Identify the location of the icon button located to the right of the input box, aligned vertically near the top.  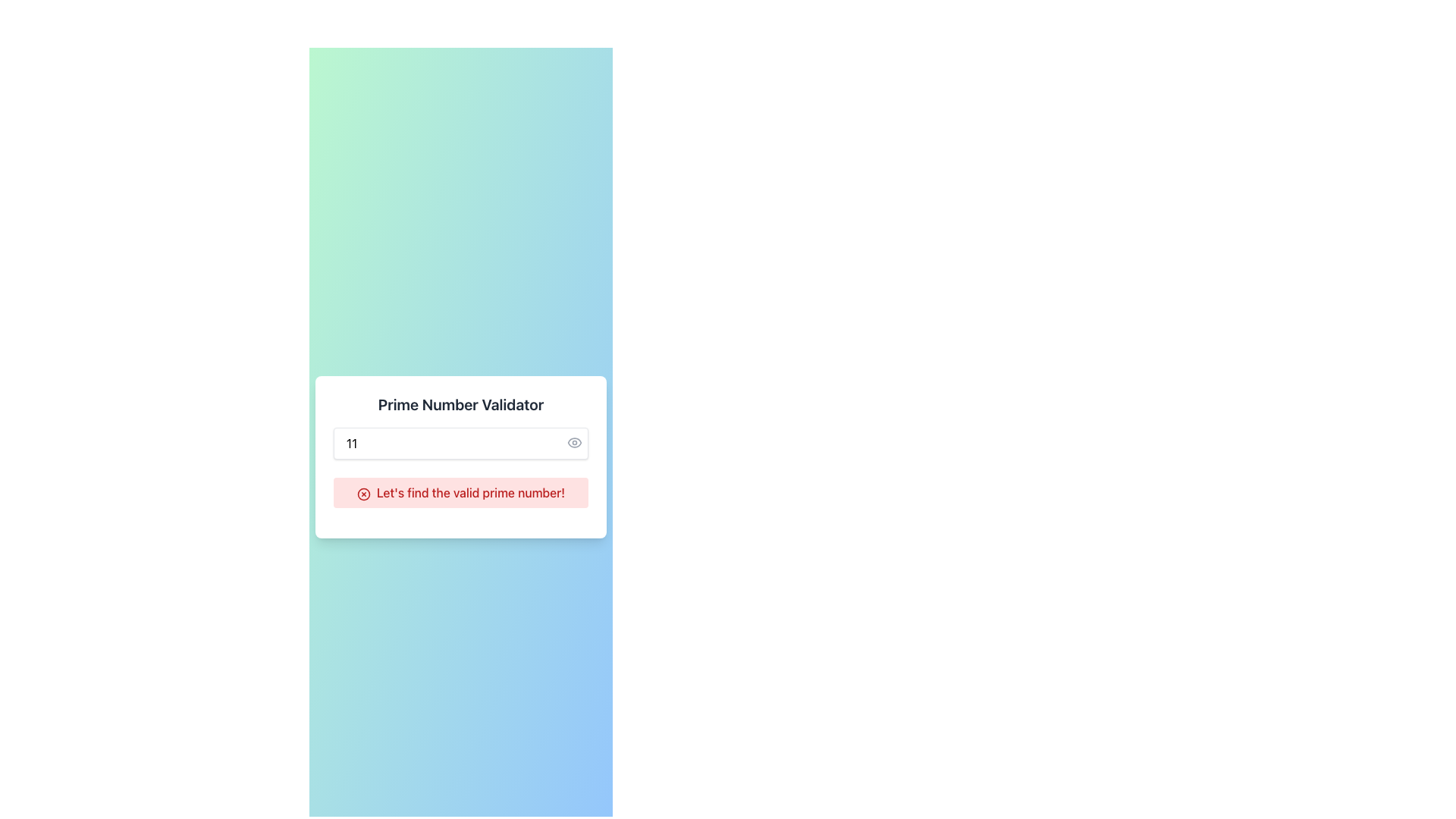
(574, 442).